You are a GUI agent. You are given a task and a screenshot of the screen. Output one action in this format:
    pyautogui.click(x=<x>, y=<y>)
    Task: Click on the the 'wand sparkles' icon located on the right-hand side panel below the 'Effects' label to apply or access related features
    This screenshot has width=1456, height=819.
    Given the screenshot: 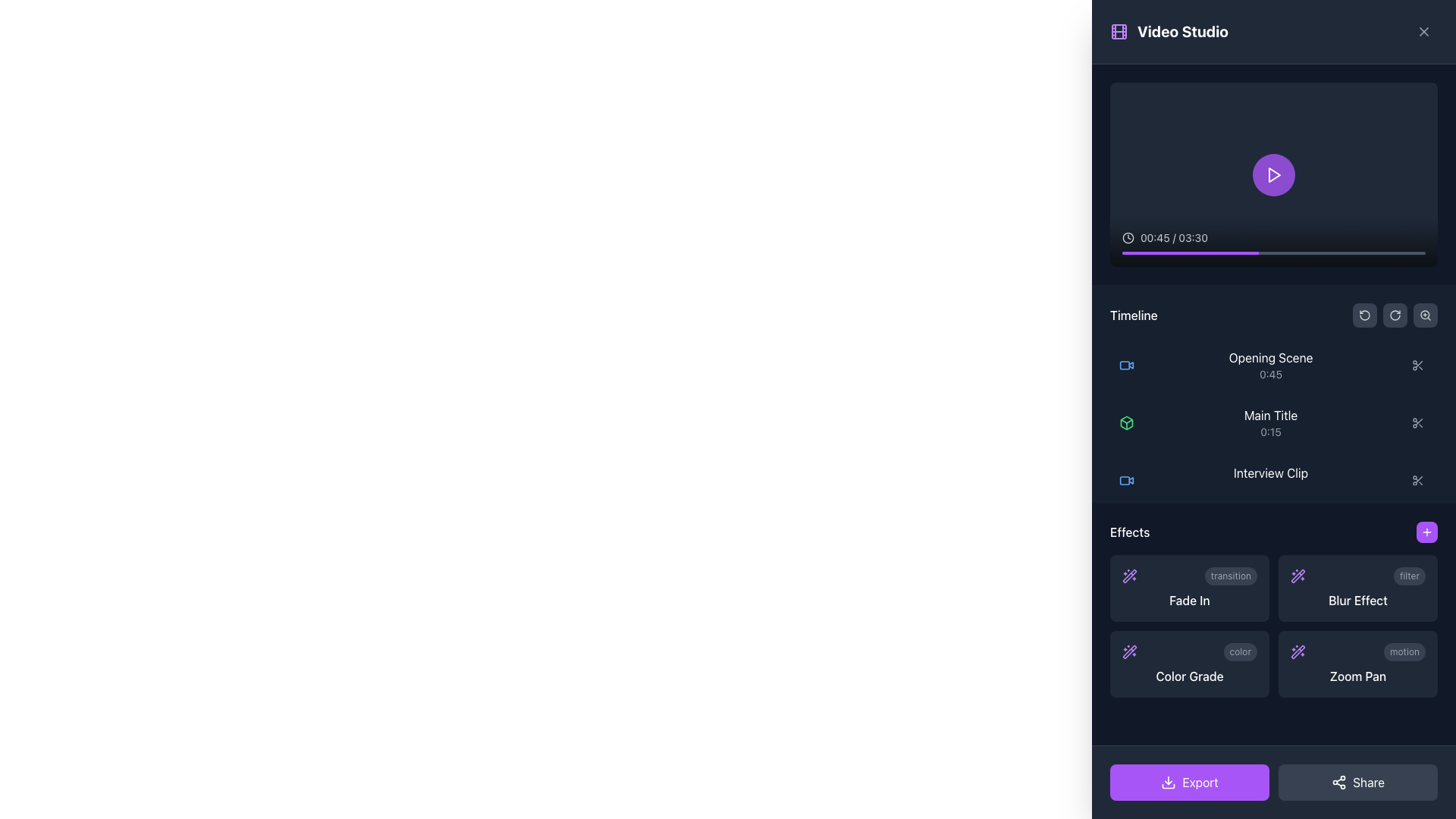 What is the action you would take?
    pyautogui.click(x=1129, y=651)
    